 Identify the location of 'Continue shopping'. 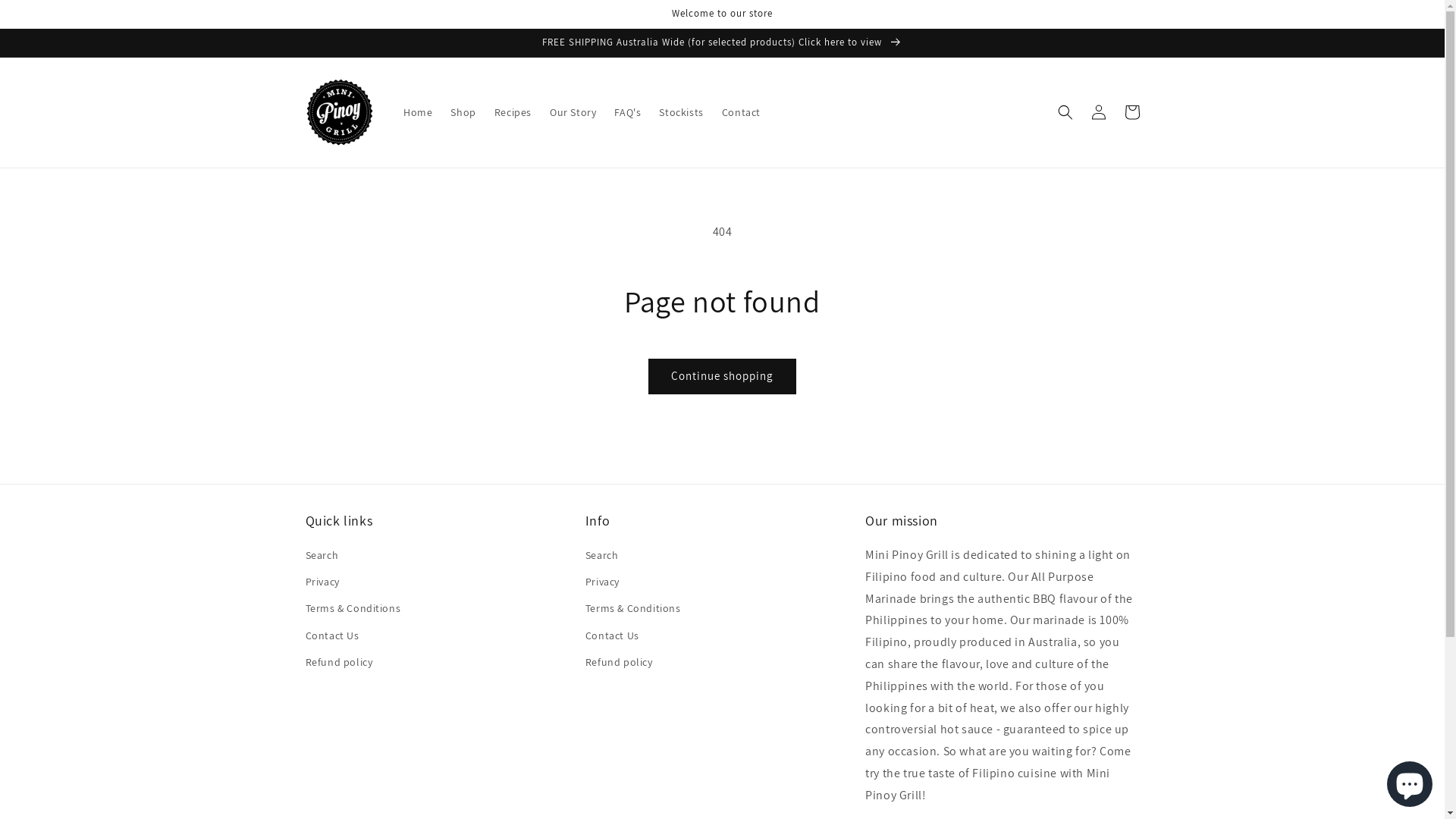
(721, 375).